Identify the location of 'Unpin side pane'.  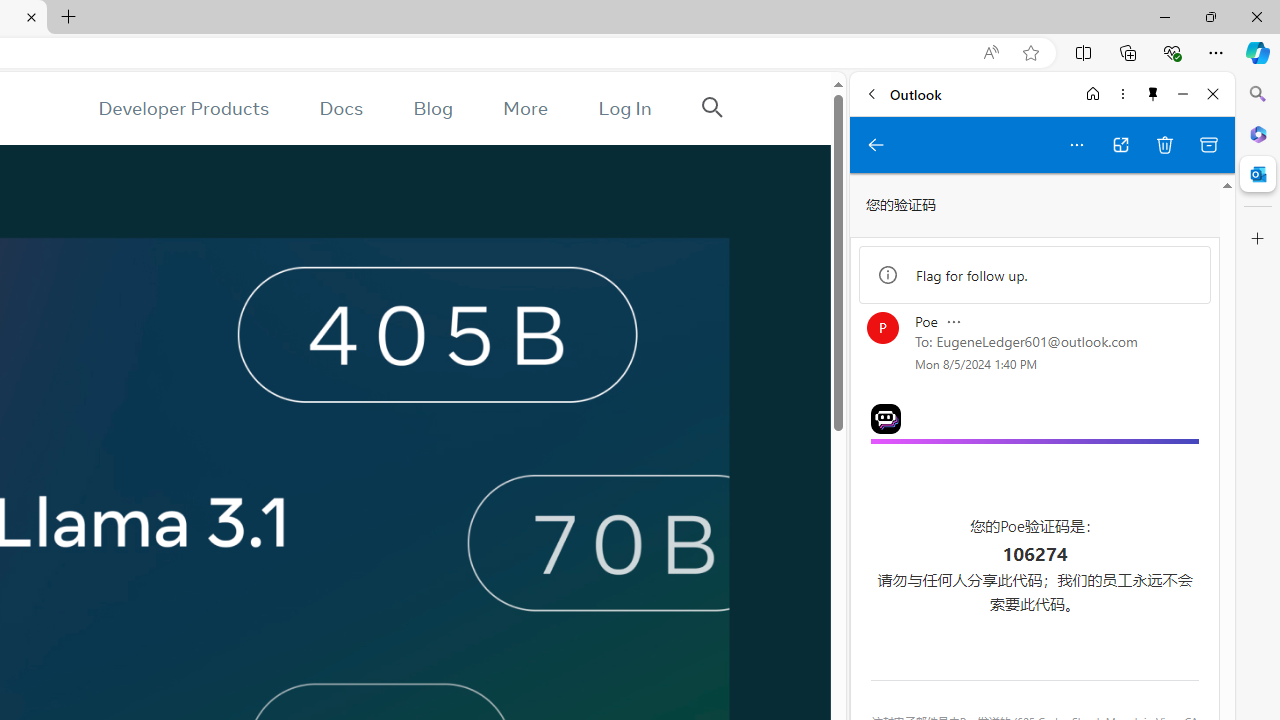
(1153, 93).